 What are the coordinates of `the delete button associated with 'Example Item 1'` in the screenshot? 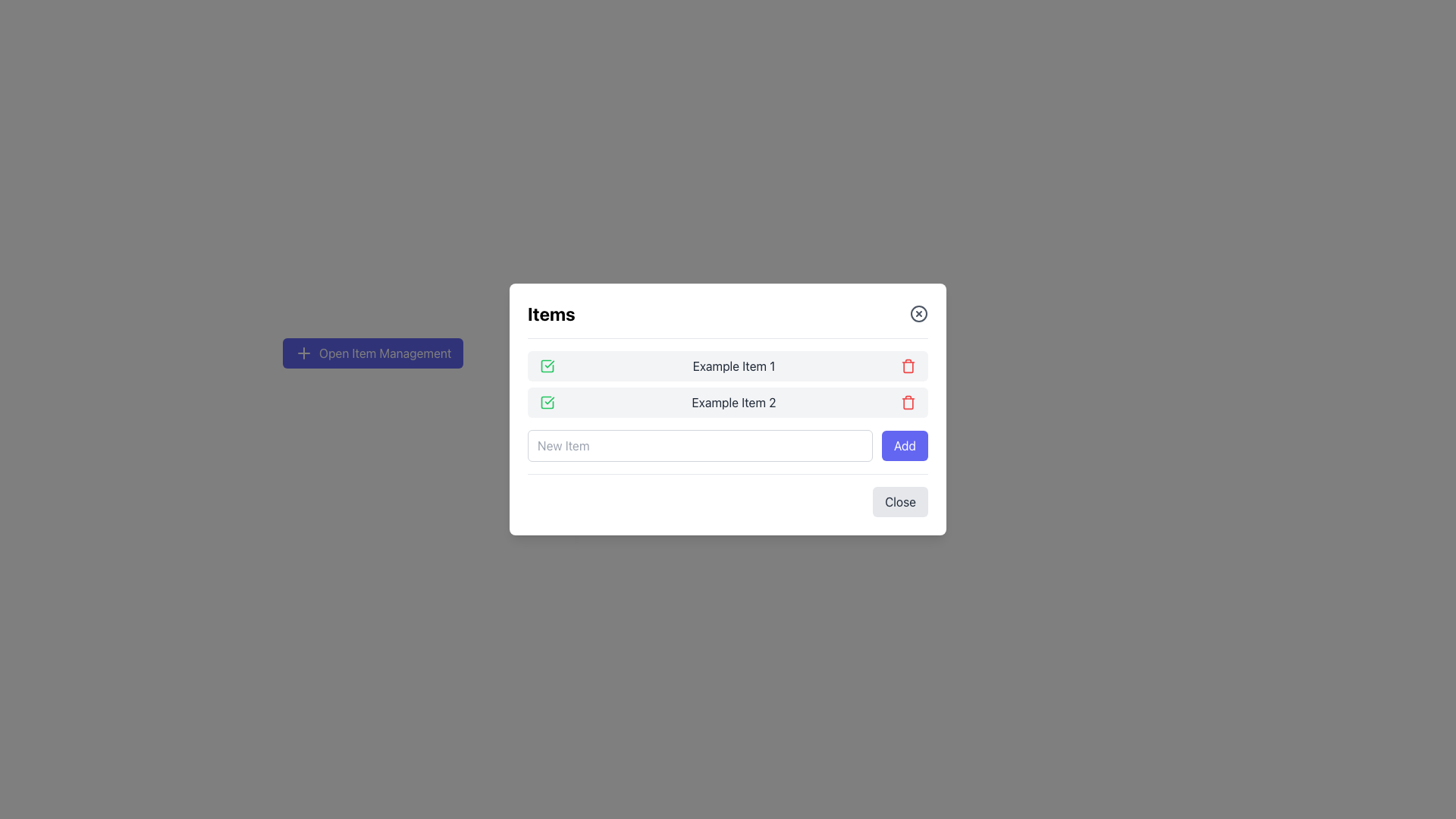 It's located at (908, 366).